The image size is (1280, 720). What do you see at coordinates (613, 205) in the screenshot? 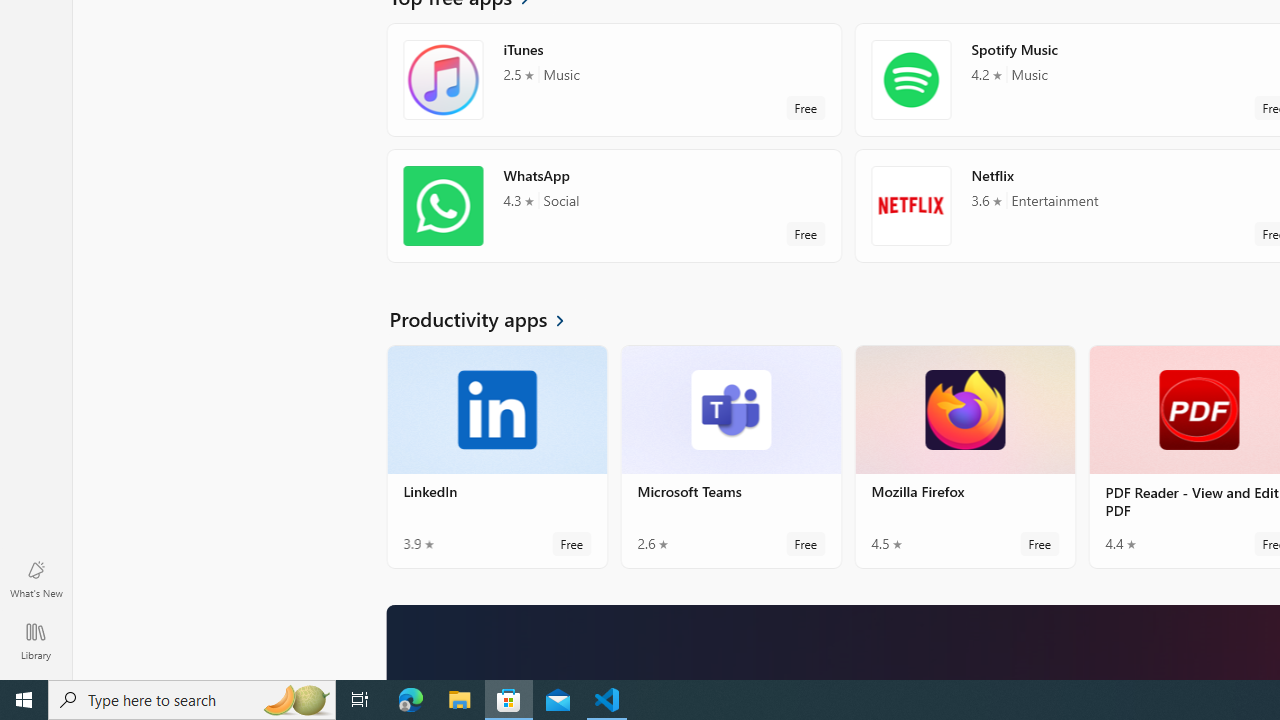
I see `'WhatsApp. Average rating of 4.3 out of five stars. Free  '` at bounding box center [613, 205].